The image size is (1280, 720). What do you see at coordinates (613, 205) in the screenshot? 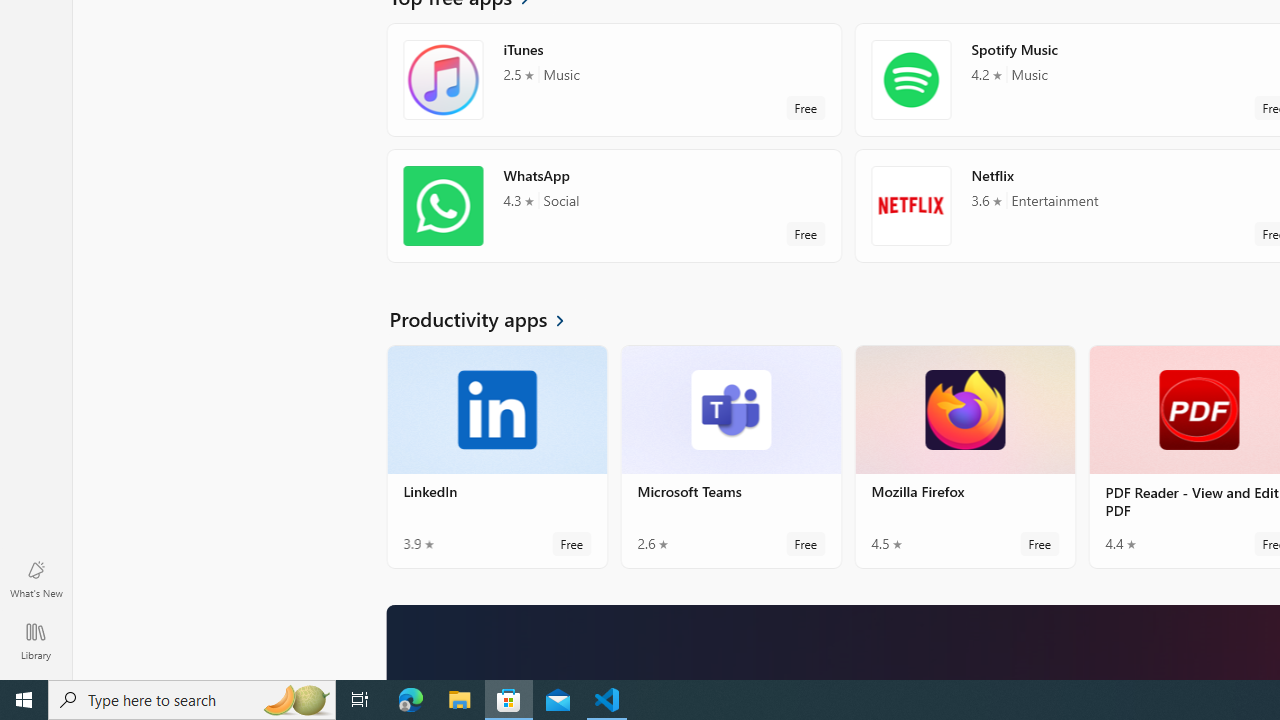
I see `'WhatsApp. Average rating of 4.3 out of five stars. Free  '` at bounding box center [613, 205].